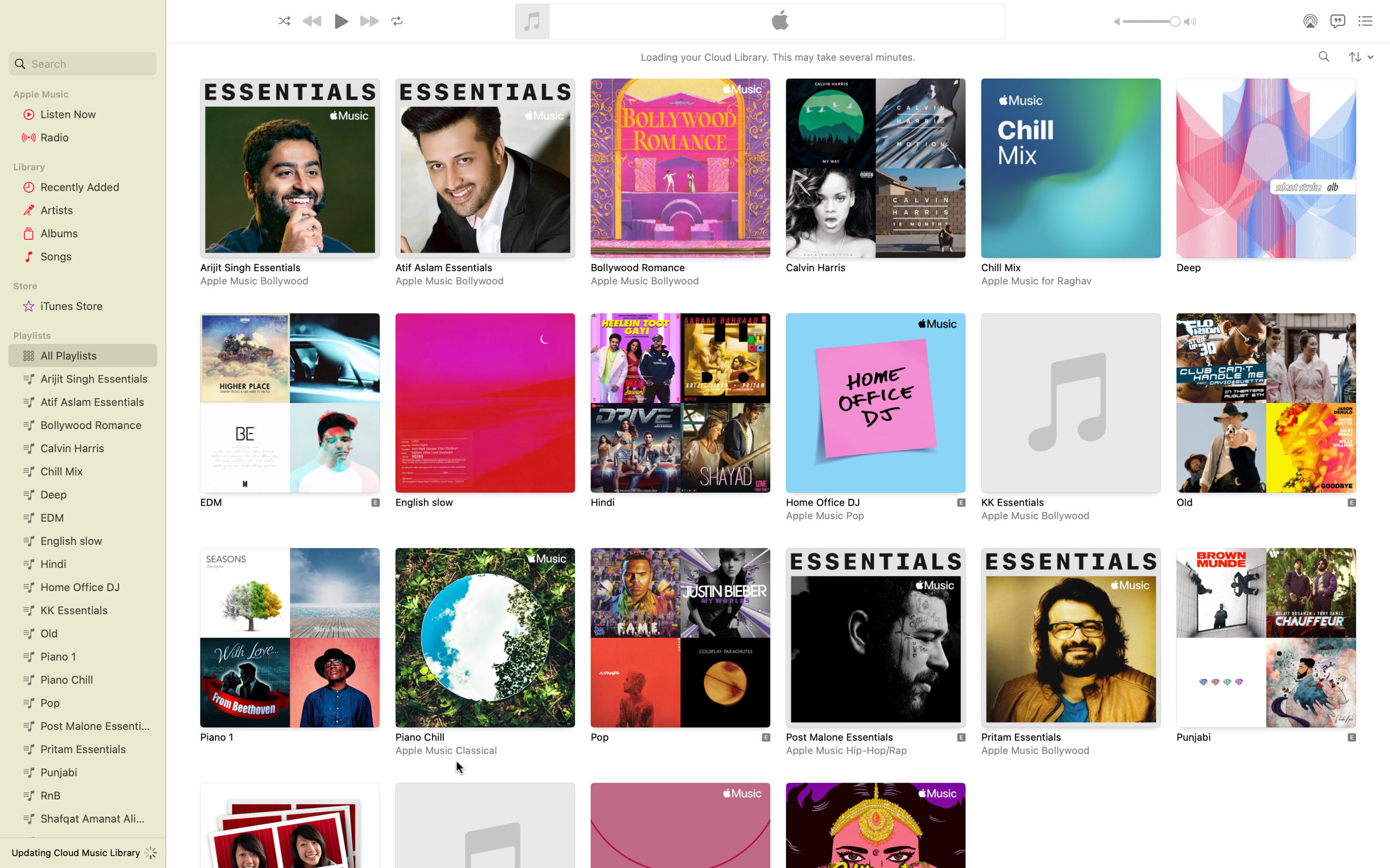 This screenshot has height=868, width=1390. I want to click on Scroll down to find the playlist "Stuck on You", so click(2619455, 958272).